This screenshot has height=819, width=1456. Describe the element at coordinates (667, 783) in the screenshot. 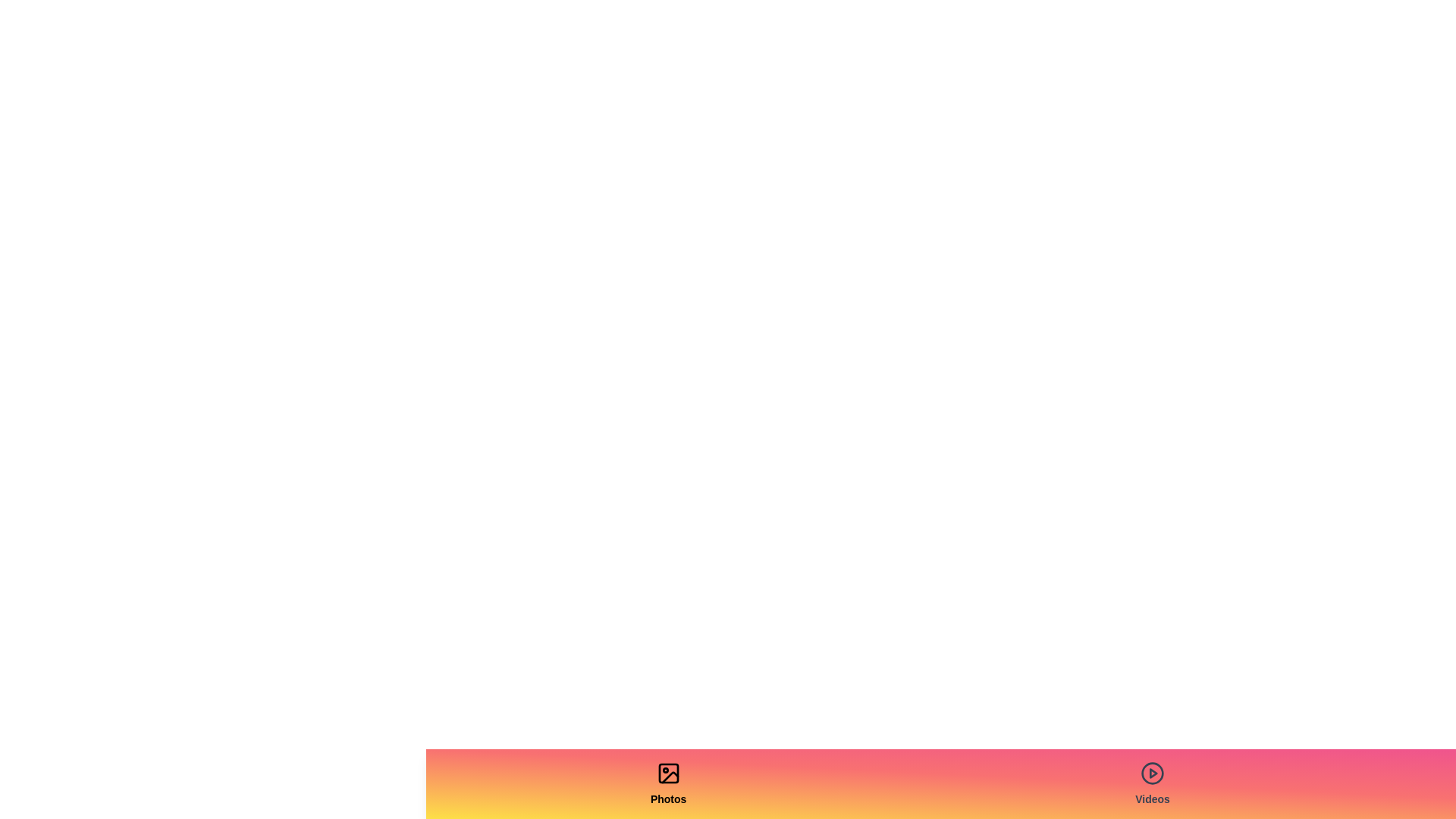

I see `the tab labeled Photos to observe its hover animation effect` at that location.